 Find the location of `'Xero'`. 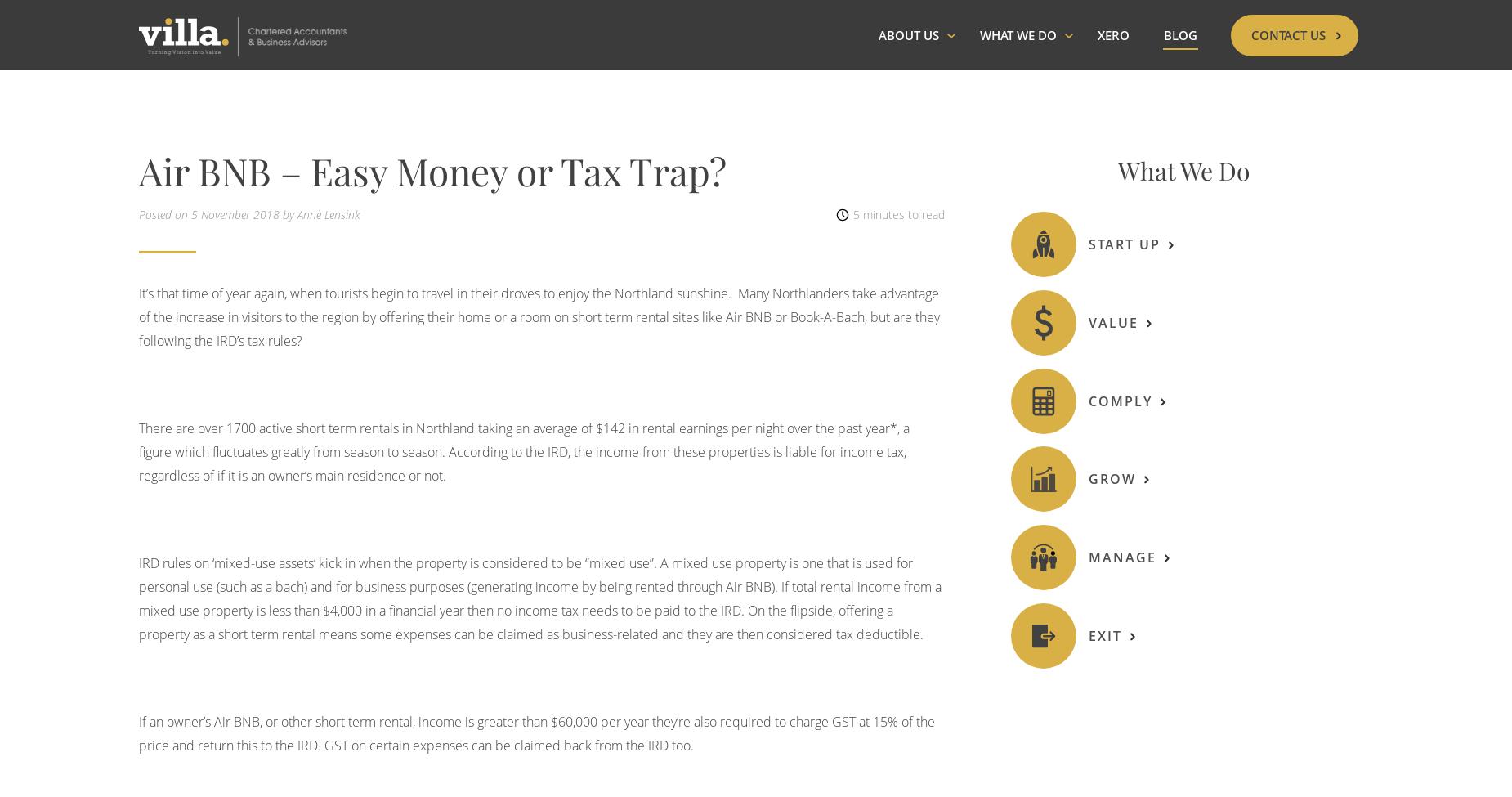

'Xero' is located at coordinates (1112, 48).